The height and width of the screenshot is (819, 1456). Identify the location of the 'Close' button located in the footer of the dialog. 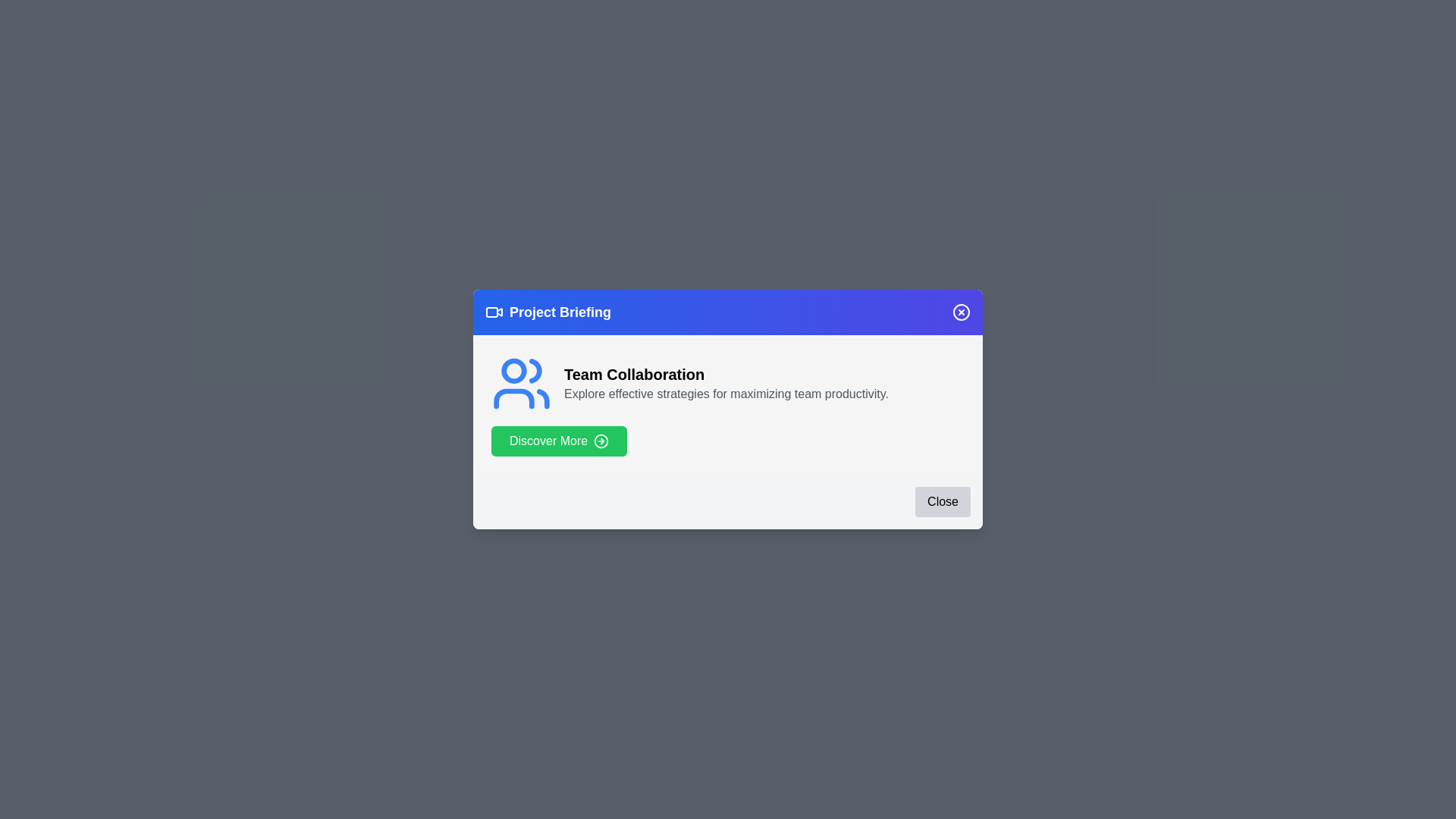
(942, 502).